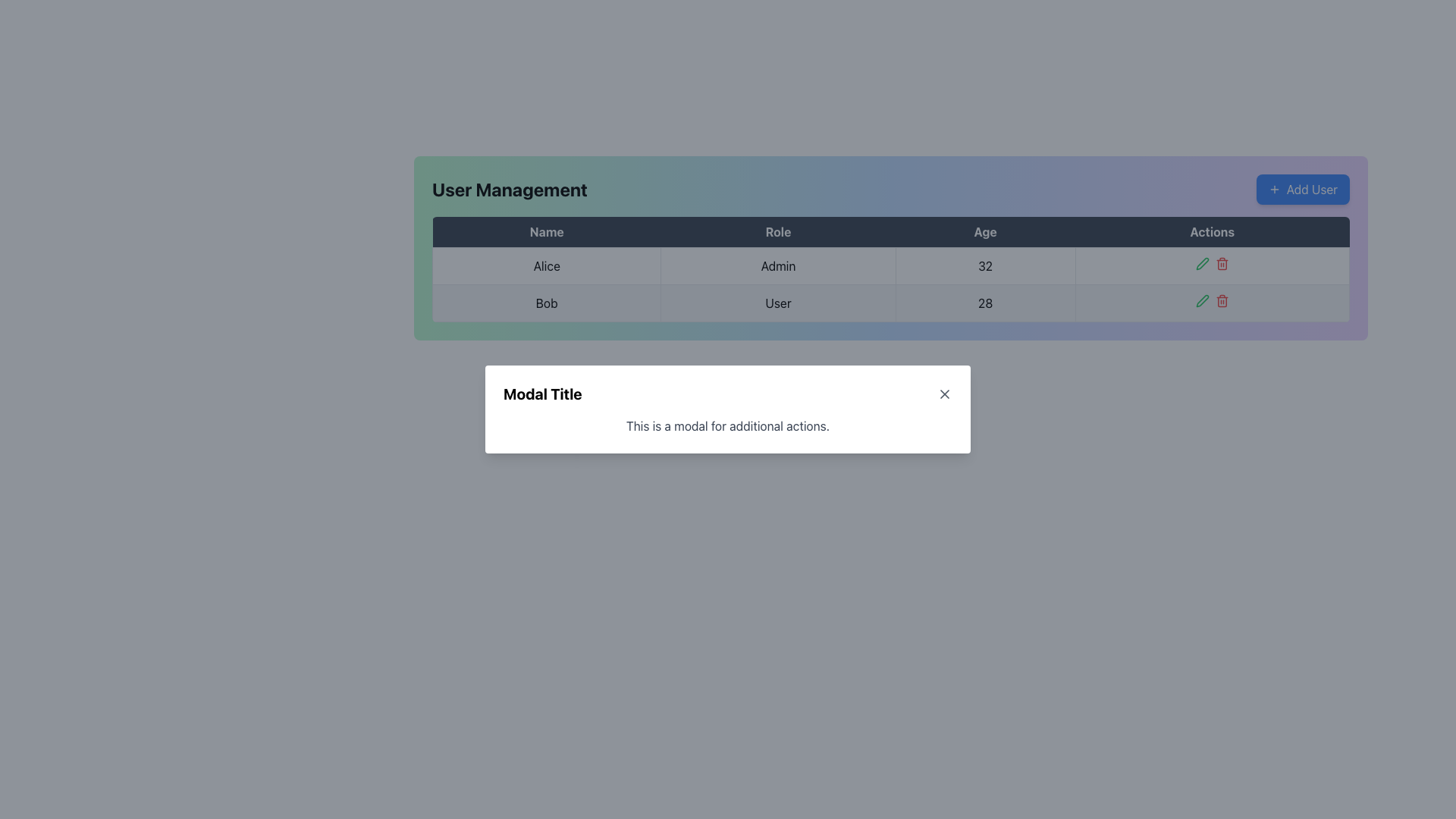 The height and width of the screenshot is (819, 1456). I want to click on text '32' displayed in the Table Cell corresponding to Alice's age in the user management interface, so click(985, 265).